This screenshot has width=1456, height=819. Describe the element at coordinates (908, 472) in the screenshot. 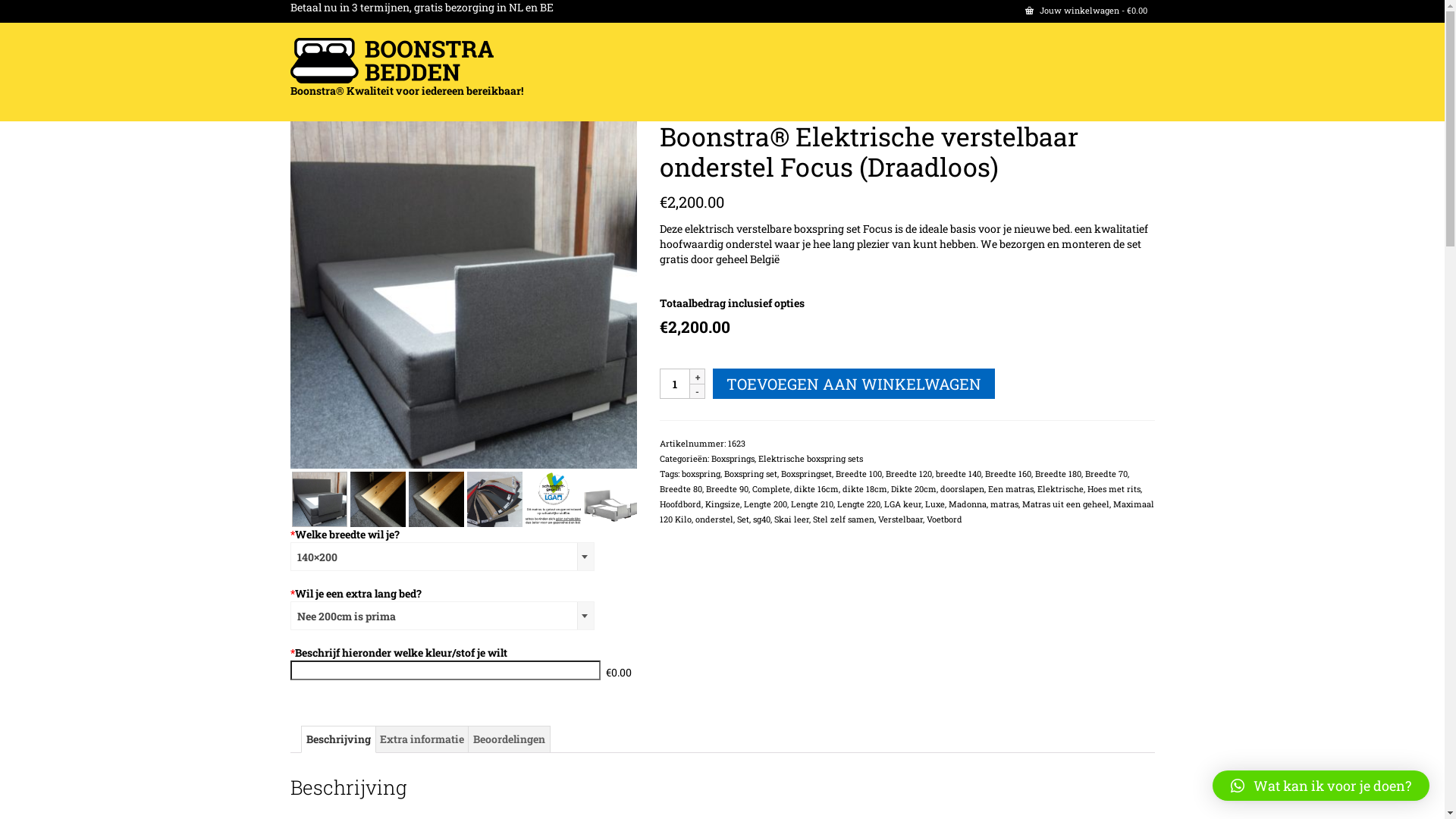

I see `'Breedte 120'` at that location.